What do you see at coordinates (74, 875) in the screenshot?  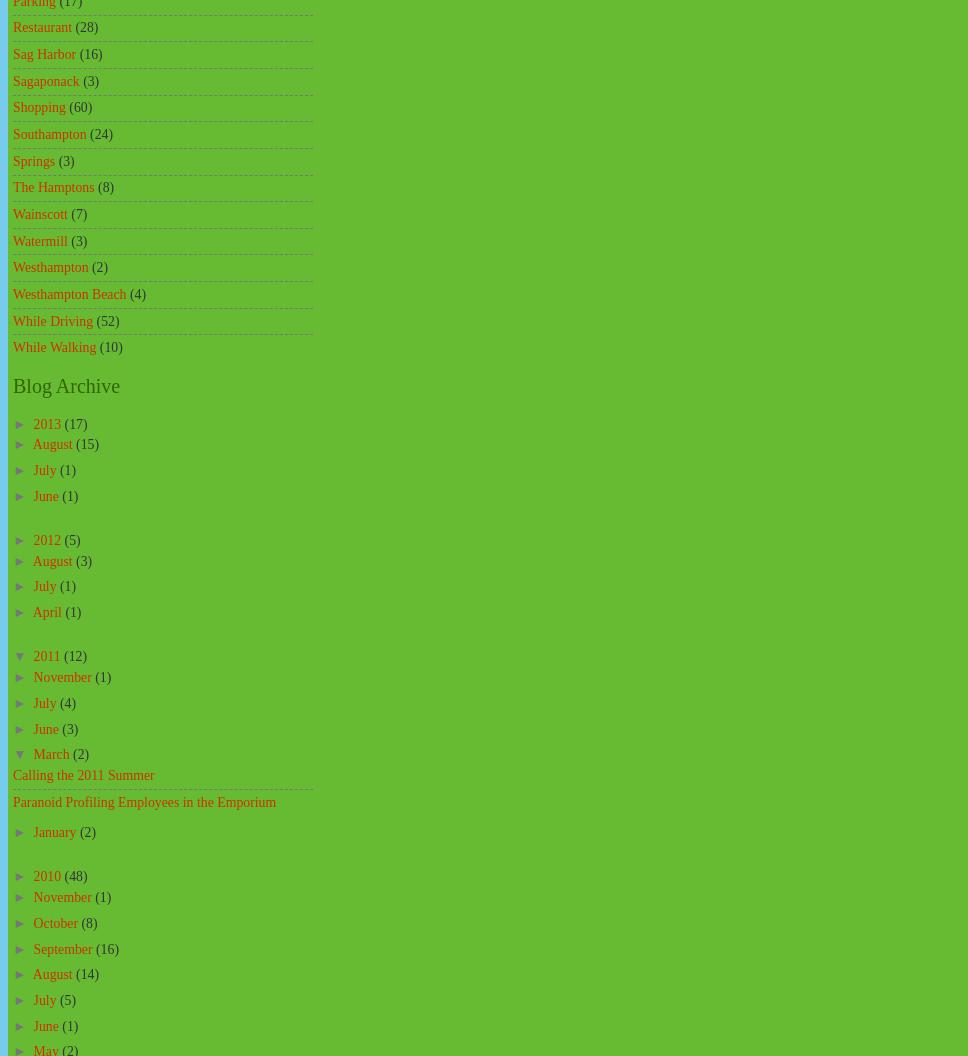 I see `'(48)'` at bounding box center [74, 875].